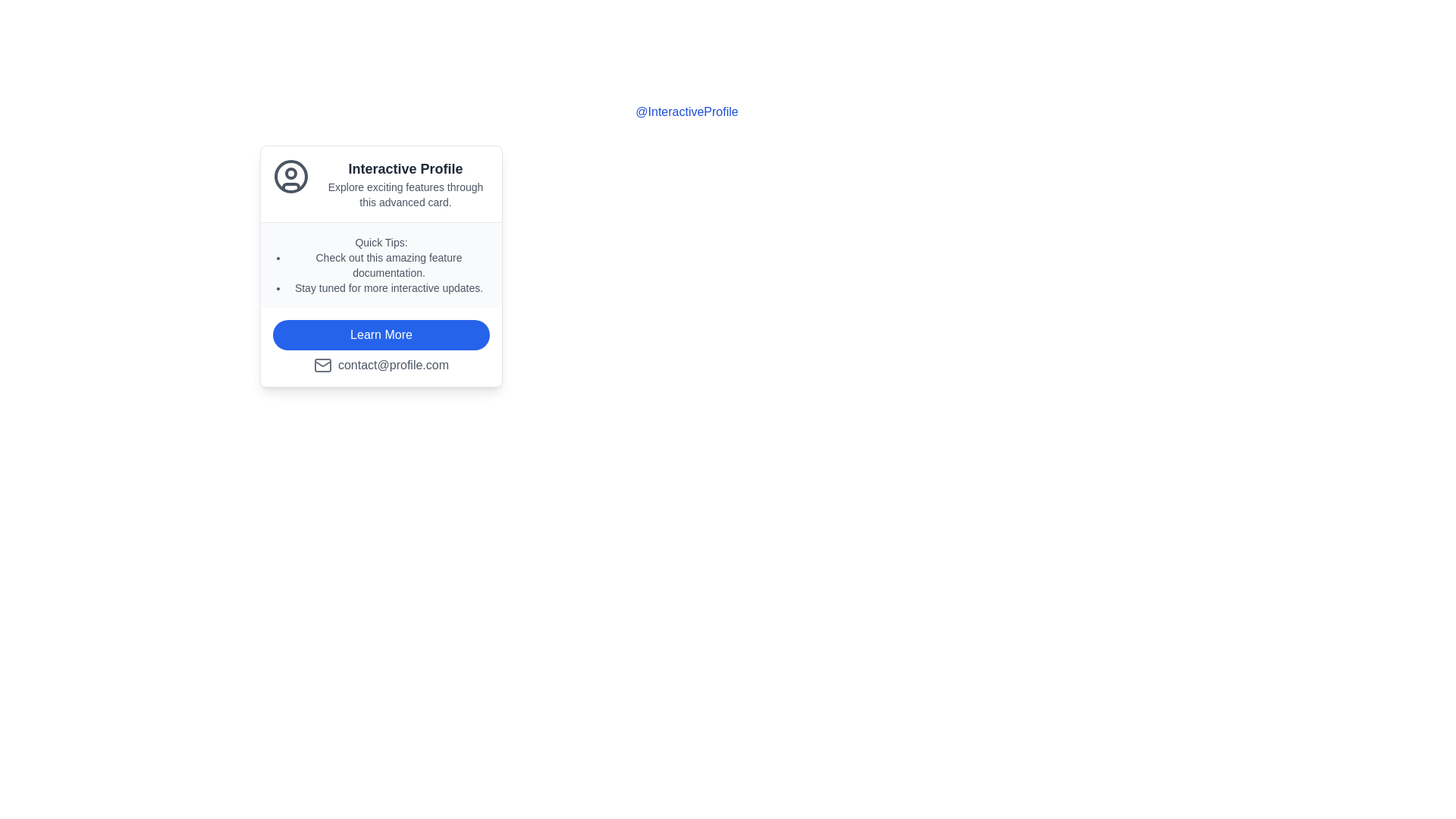  What do you see at coordinates (322, 366) in the screenshot?
I see `the mail icon representing the email contact method 'contact@profile.com' located in the lower portion of the card layout` at bounding box center [322, 366].